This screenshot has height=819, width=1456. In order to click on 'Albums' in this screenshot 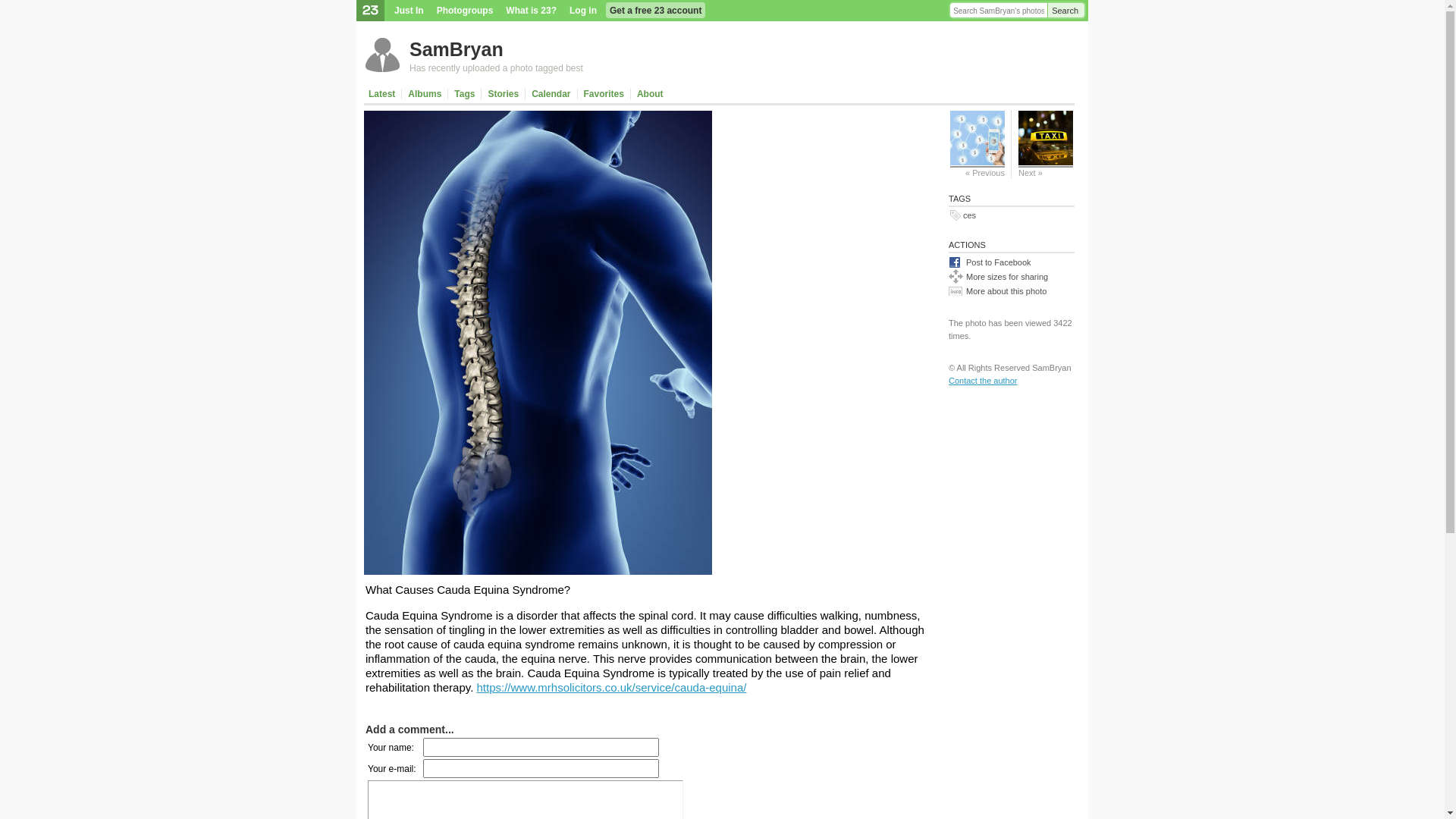, I will do `click(425, 93)`.